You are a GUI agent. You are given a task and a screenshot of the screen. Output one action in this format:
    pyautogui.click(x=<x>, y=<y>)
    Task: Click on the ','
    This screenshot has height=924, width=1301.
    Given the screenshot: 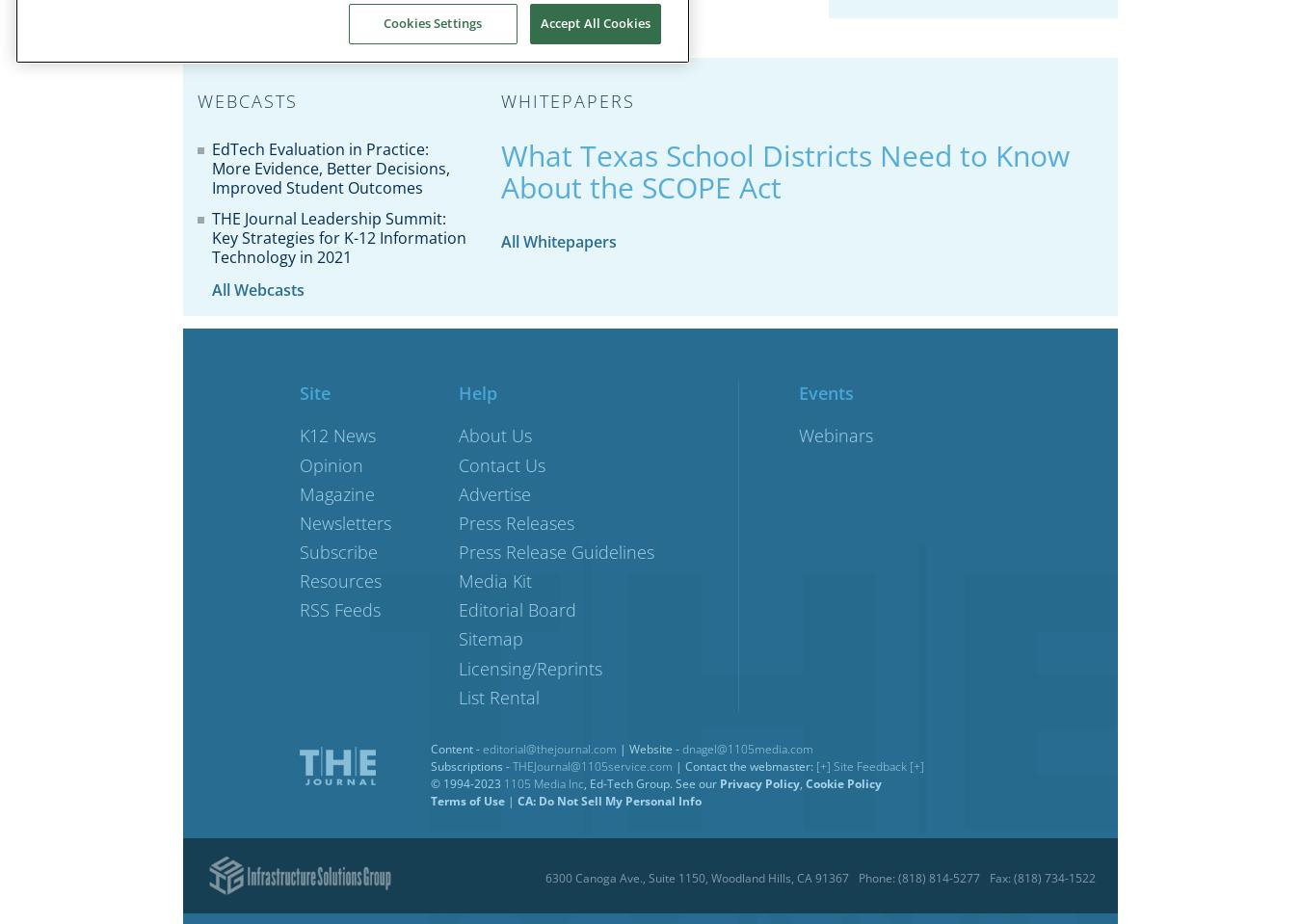 What is the action you would take?
    pyautogui.click(x=802, y=782)
    